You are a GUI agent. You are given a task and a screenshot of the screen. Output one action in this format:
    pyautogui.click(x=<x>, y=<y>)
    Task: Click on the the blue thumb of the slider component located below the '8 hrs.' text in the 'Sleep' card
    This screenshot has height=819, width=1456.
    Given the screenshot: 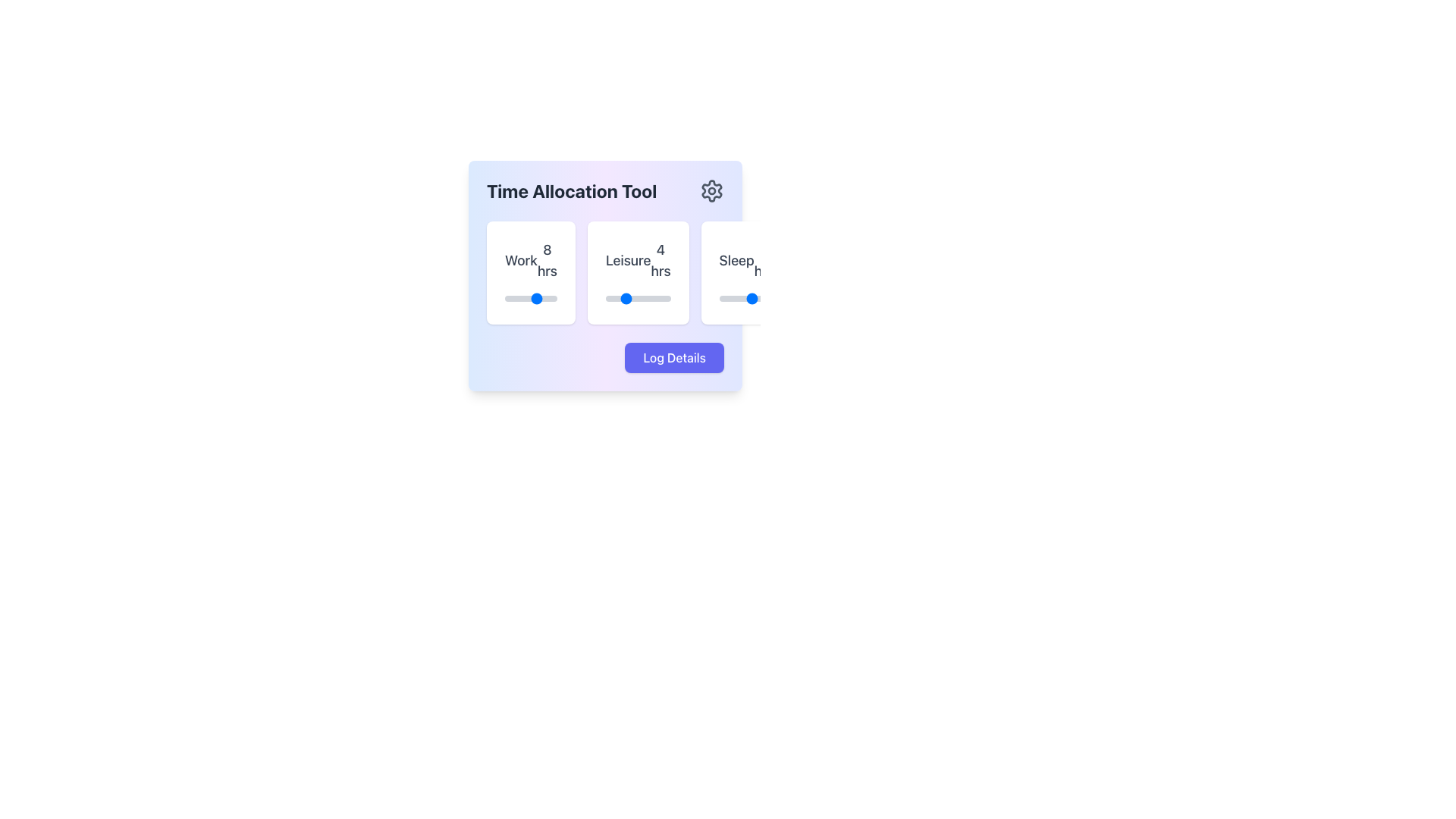 What is the action you would take?
    pyautogui.click(x=746, y=298)
    